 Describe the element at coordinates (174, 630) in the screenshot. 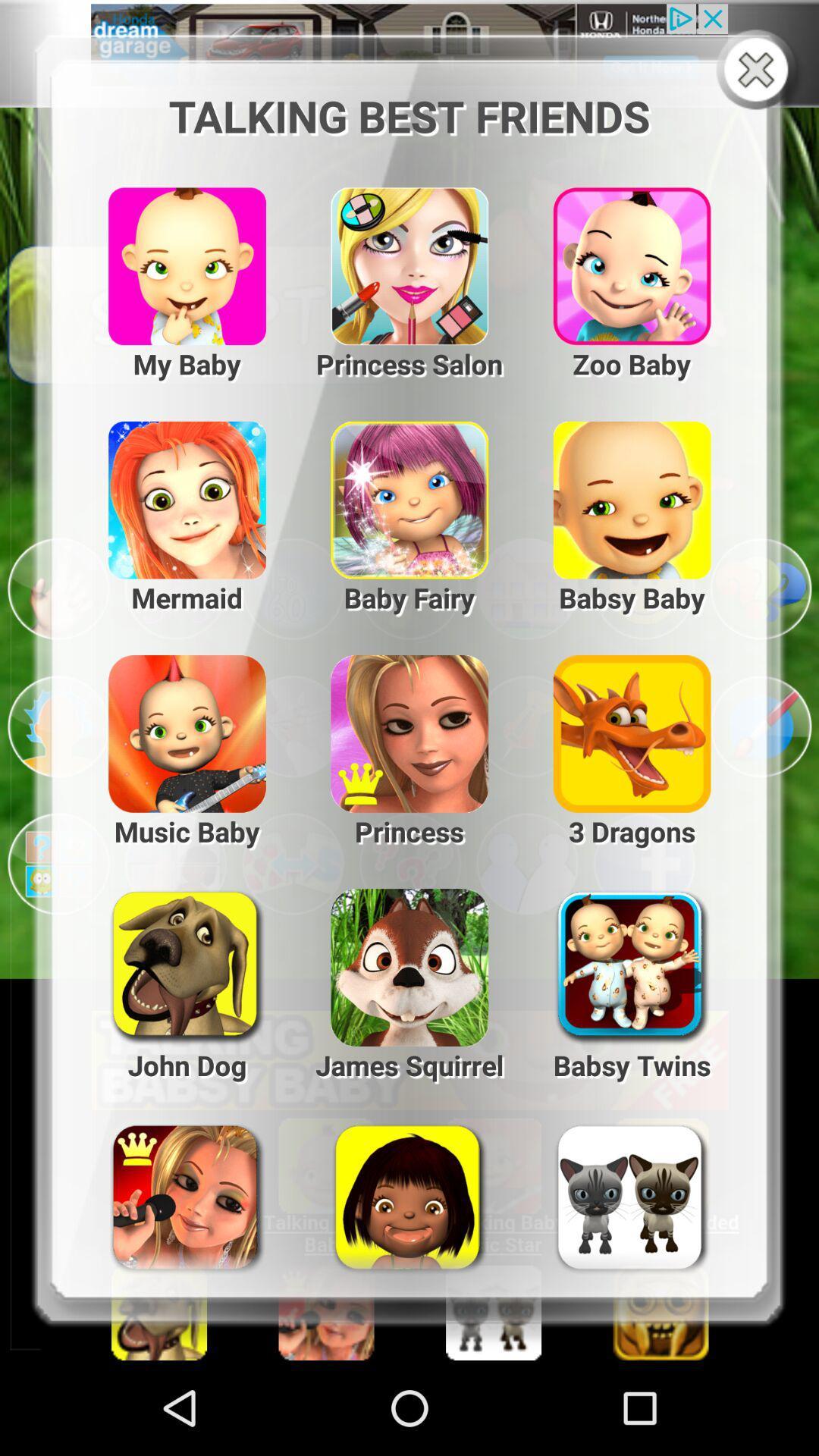

I see `the email icon` at that location.